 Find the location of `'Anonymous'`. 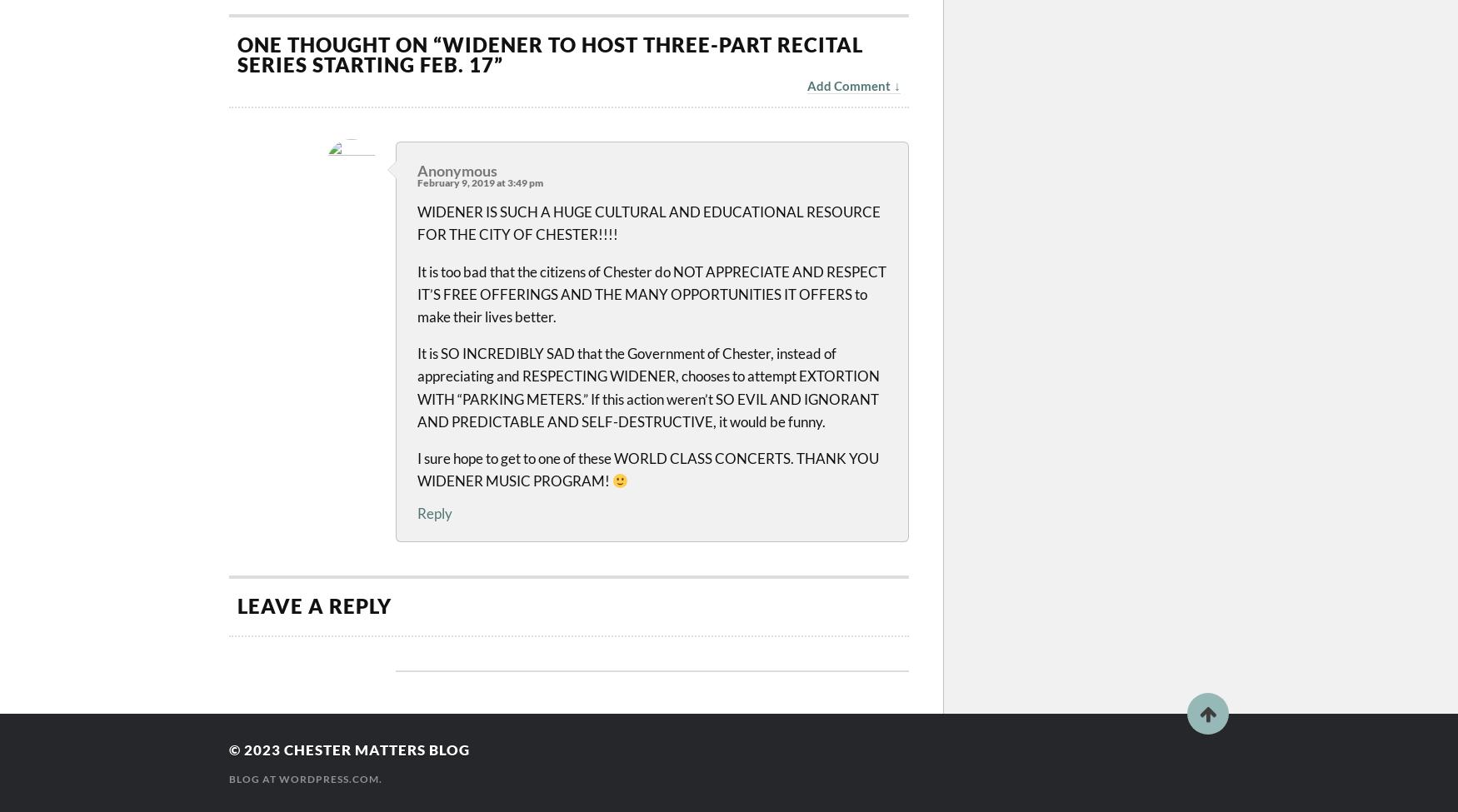

'Anonymous' is located at coordinates (456, 169).